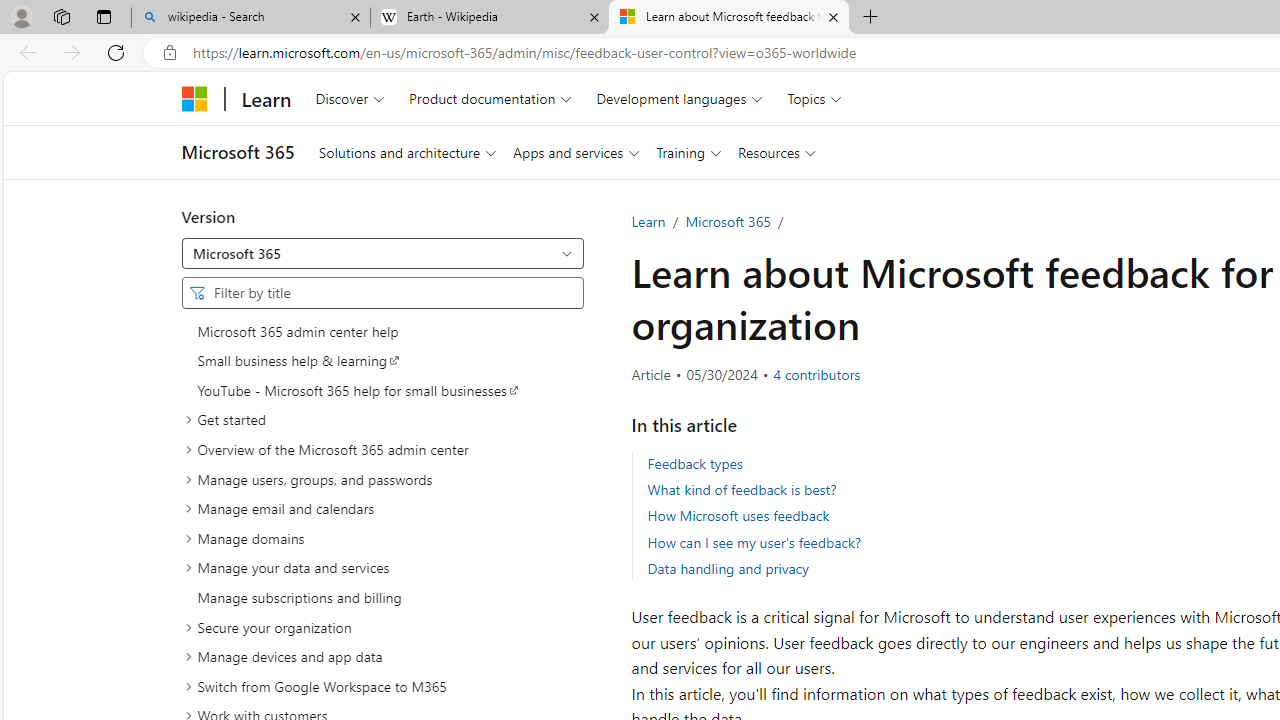 The image size is (1280, 720). What do you see at coordinates (18, 86) in the screenshot?
I see `'Skip to main content'` at bounding box center [18, 86].